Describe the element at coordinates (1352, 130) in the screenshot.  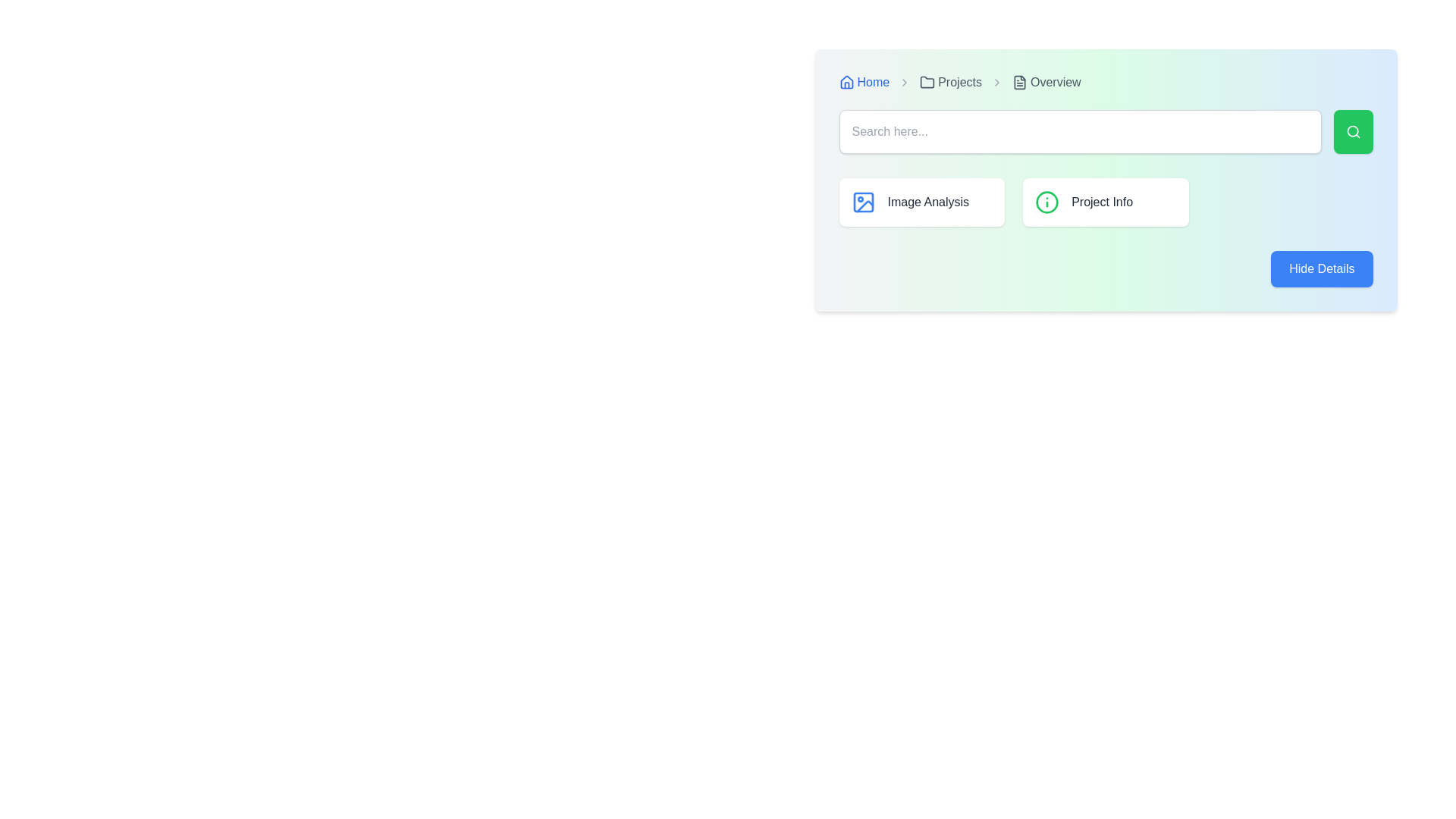
I see `the circular part of the magnifying glass icon, which serves as the lens, located to the right of the search bar` at that location.